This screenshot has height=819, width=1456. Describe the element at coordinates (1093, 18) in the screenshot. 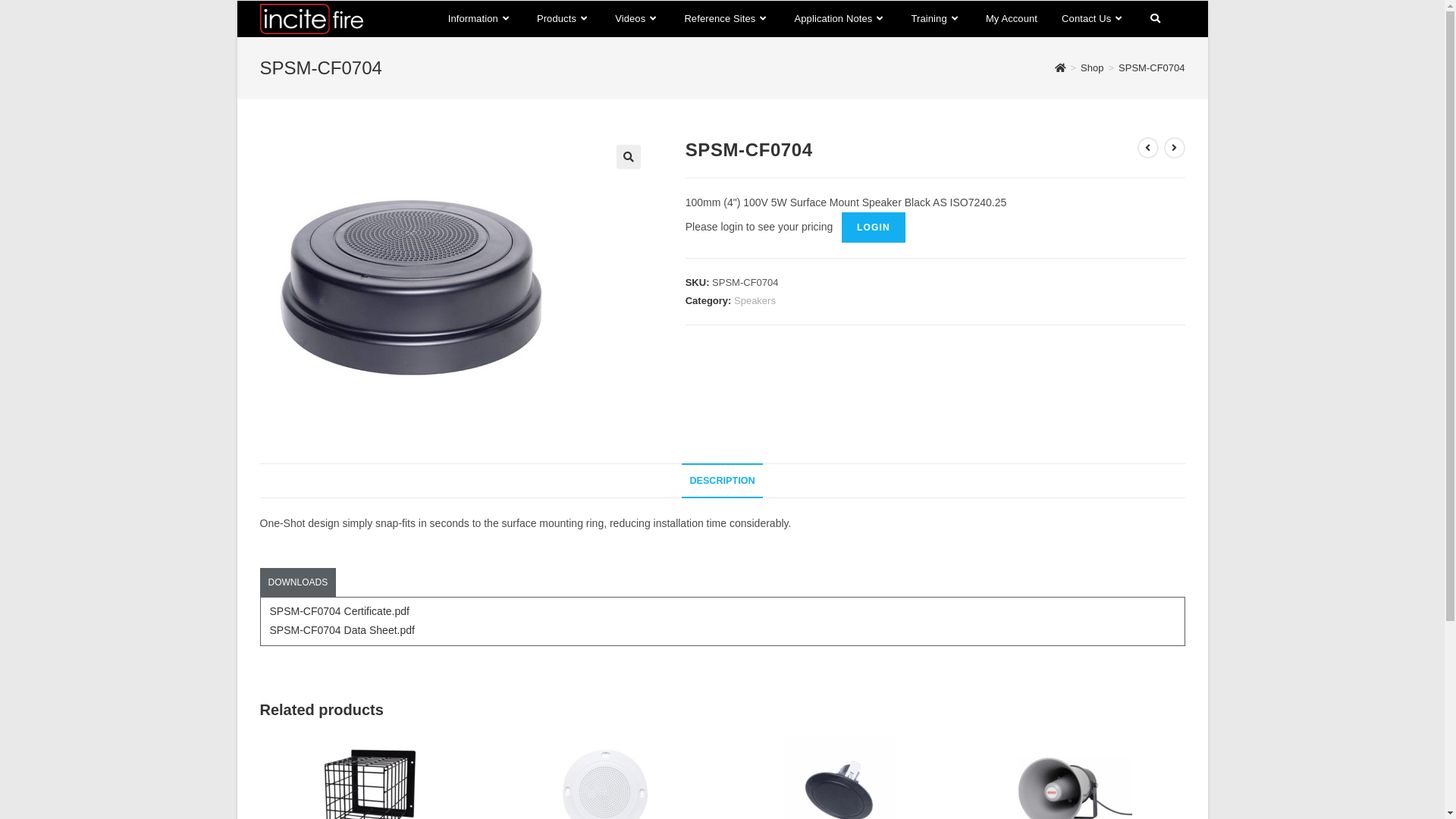

I see `'Contact Us'` at that location.